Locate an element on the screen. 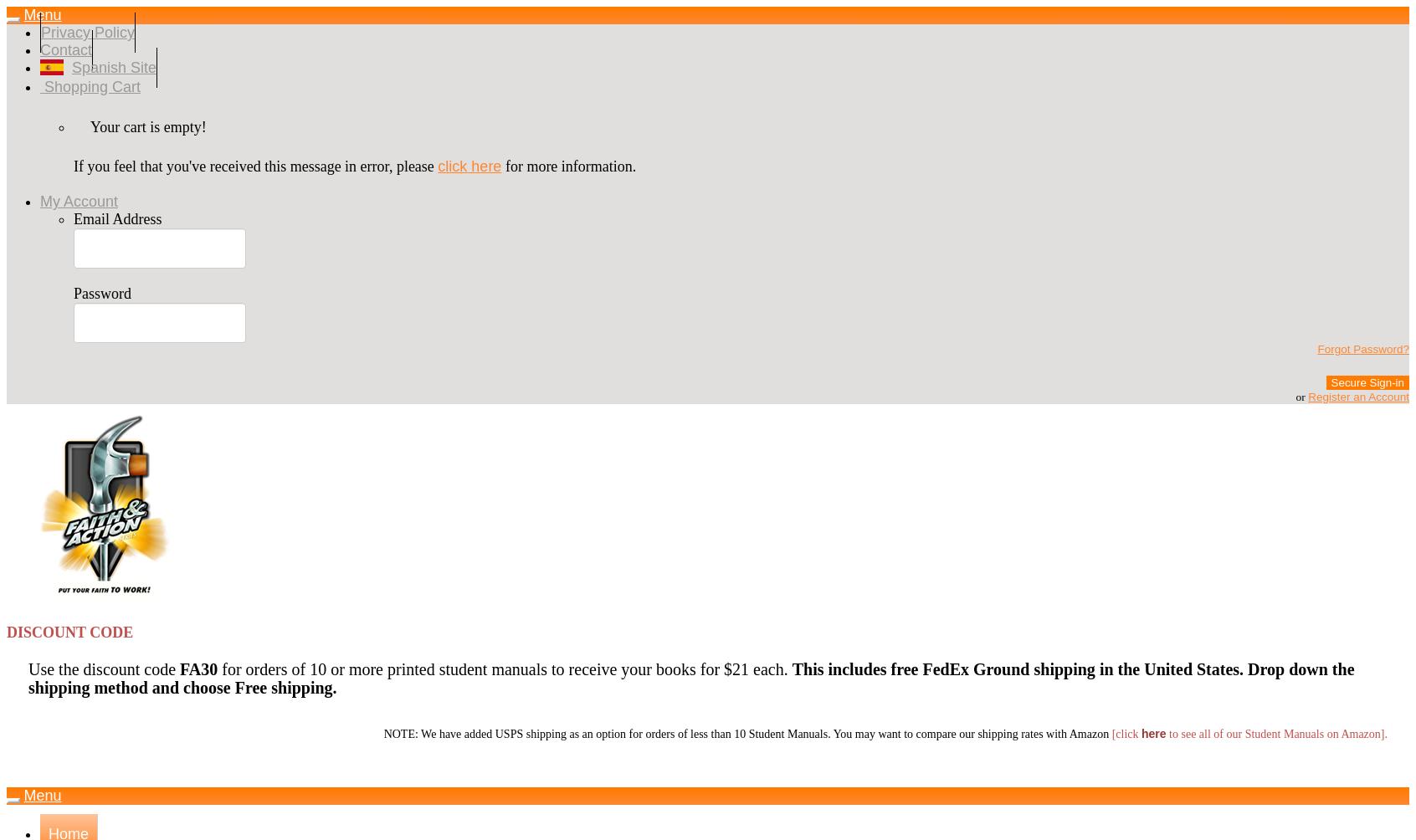  'Forgot Password?' is located at coordinates (1363, 348).